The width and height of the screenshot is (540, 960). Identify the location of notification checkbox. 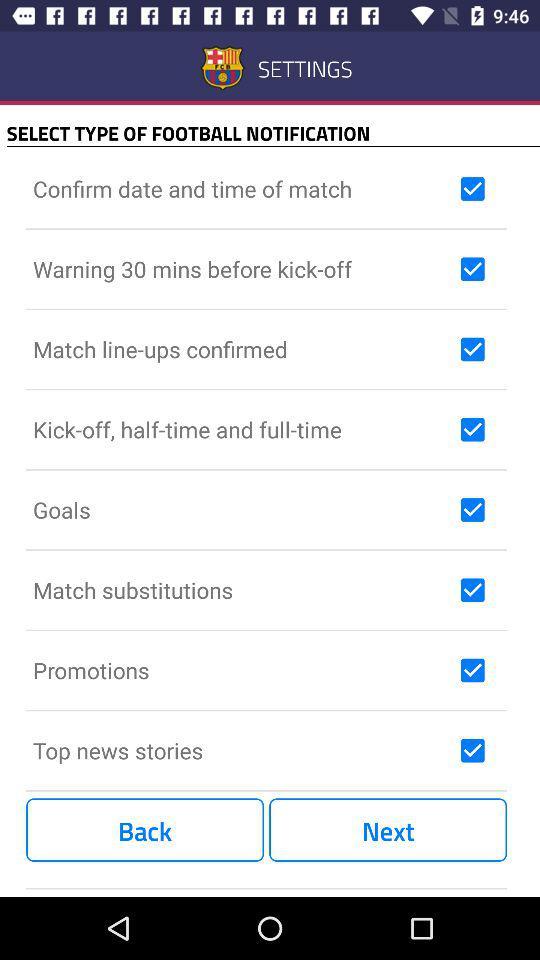
(472, 189).